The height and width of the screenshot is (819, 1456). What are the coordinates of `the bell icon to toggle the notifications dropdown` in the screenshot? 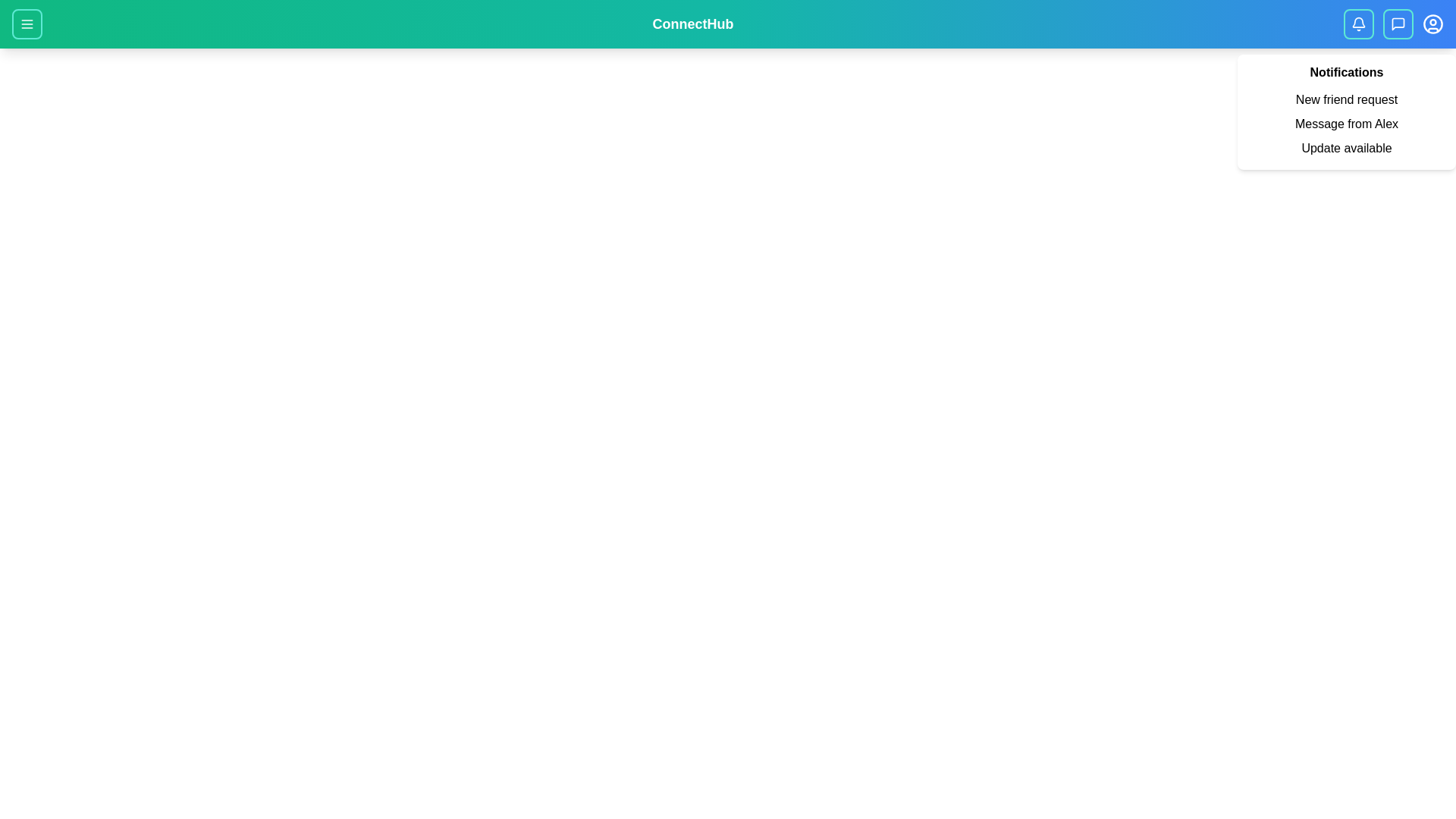 It's located at (1358, 24).